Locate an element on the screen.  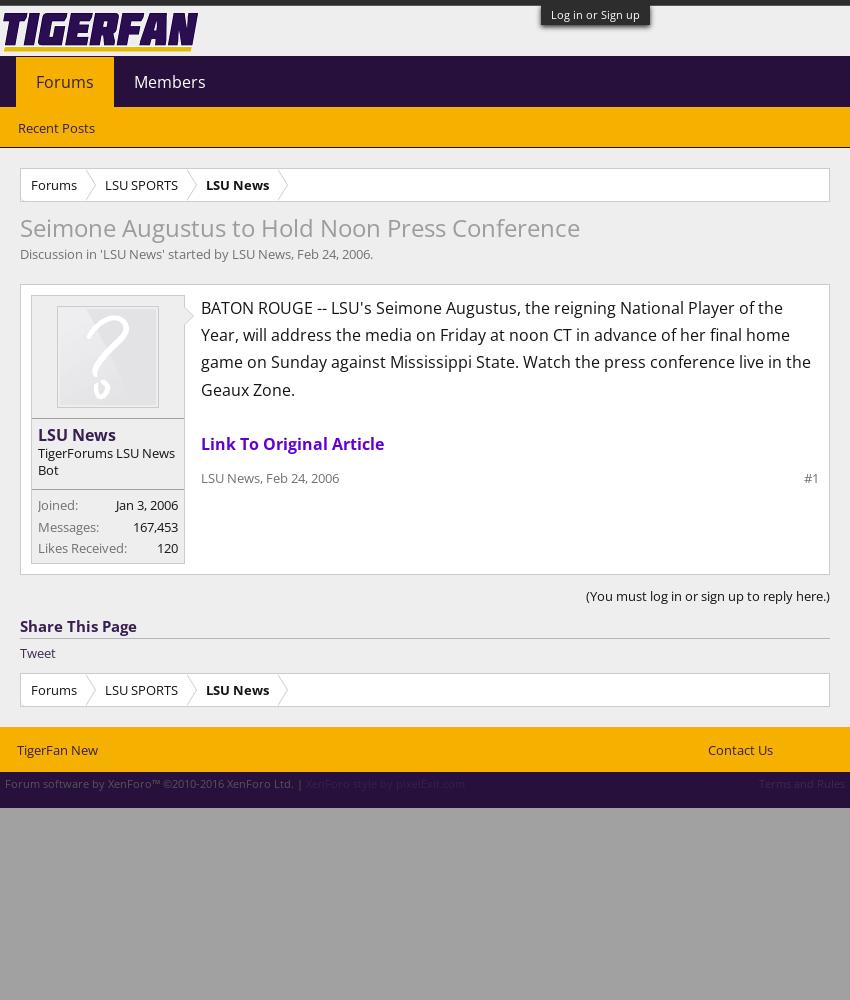
'BATON ROUGE -- LSU's Seimone Augustus, the reigning National Player of the Year, will address the media on Friday at noon CT in advance of her final home game on Sunday against Mississippi State. Watch the press conference live in the Geaux Zone.' is located at coordinates (506, 347).